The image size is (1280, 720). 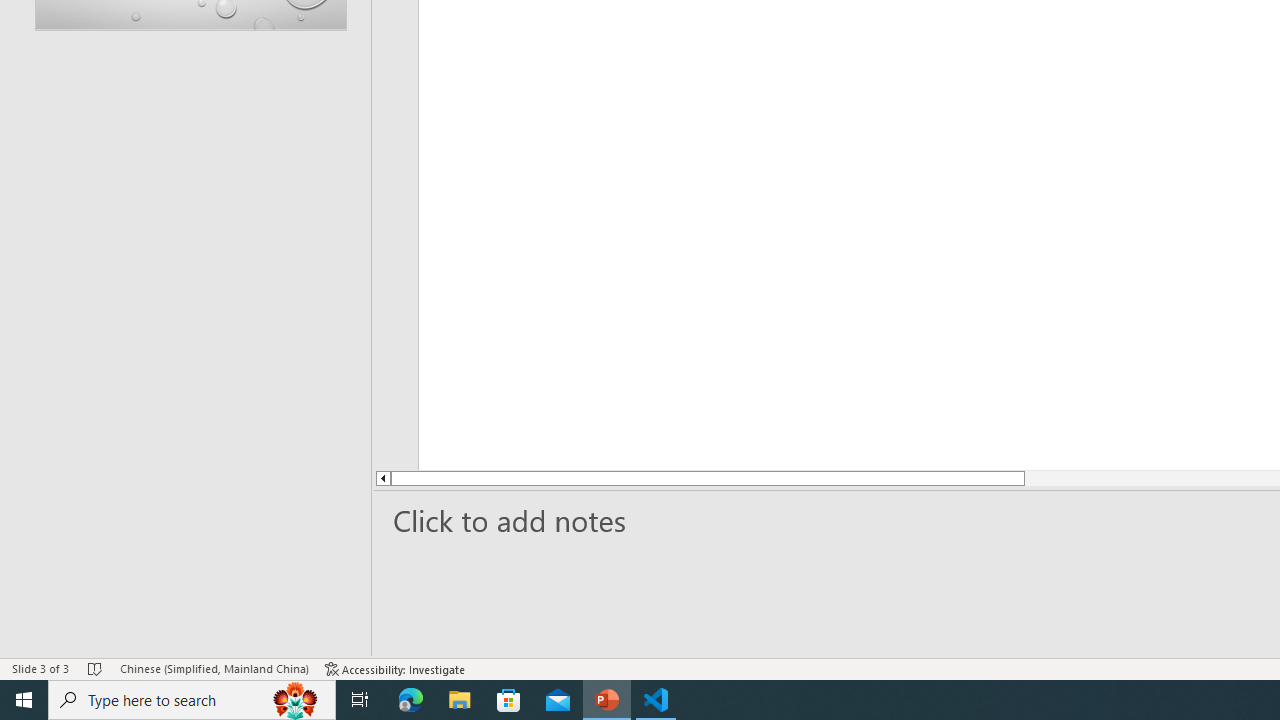 I want to click on 'Accessibility Checker Accessibility: Investigate', so click(x=395, y=669).